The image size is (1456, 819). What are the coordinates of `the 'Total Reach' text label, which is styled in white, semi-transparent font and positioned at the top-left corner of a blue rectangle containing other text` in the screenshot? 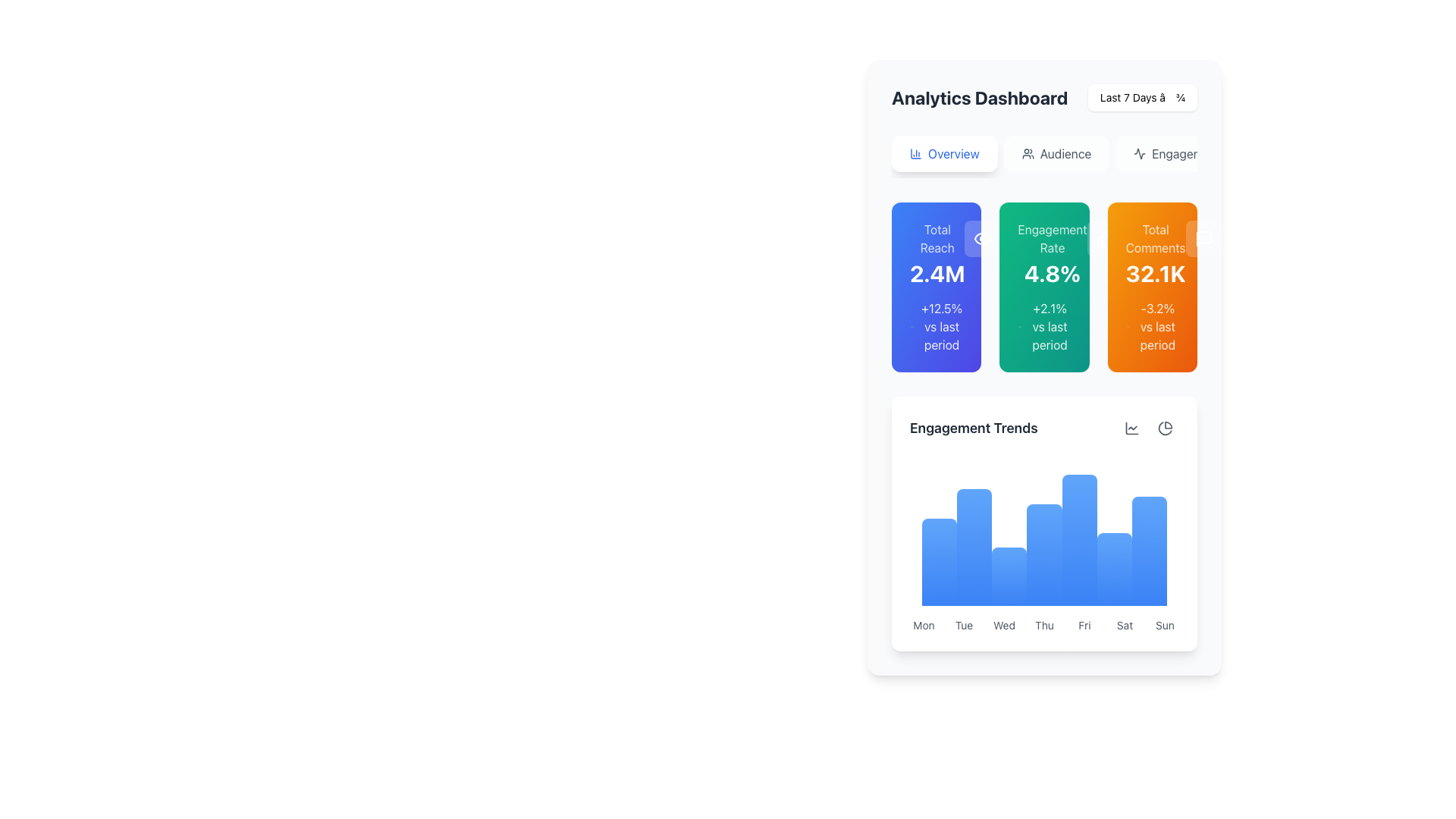 It's located at (937, 239).